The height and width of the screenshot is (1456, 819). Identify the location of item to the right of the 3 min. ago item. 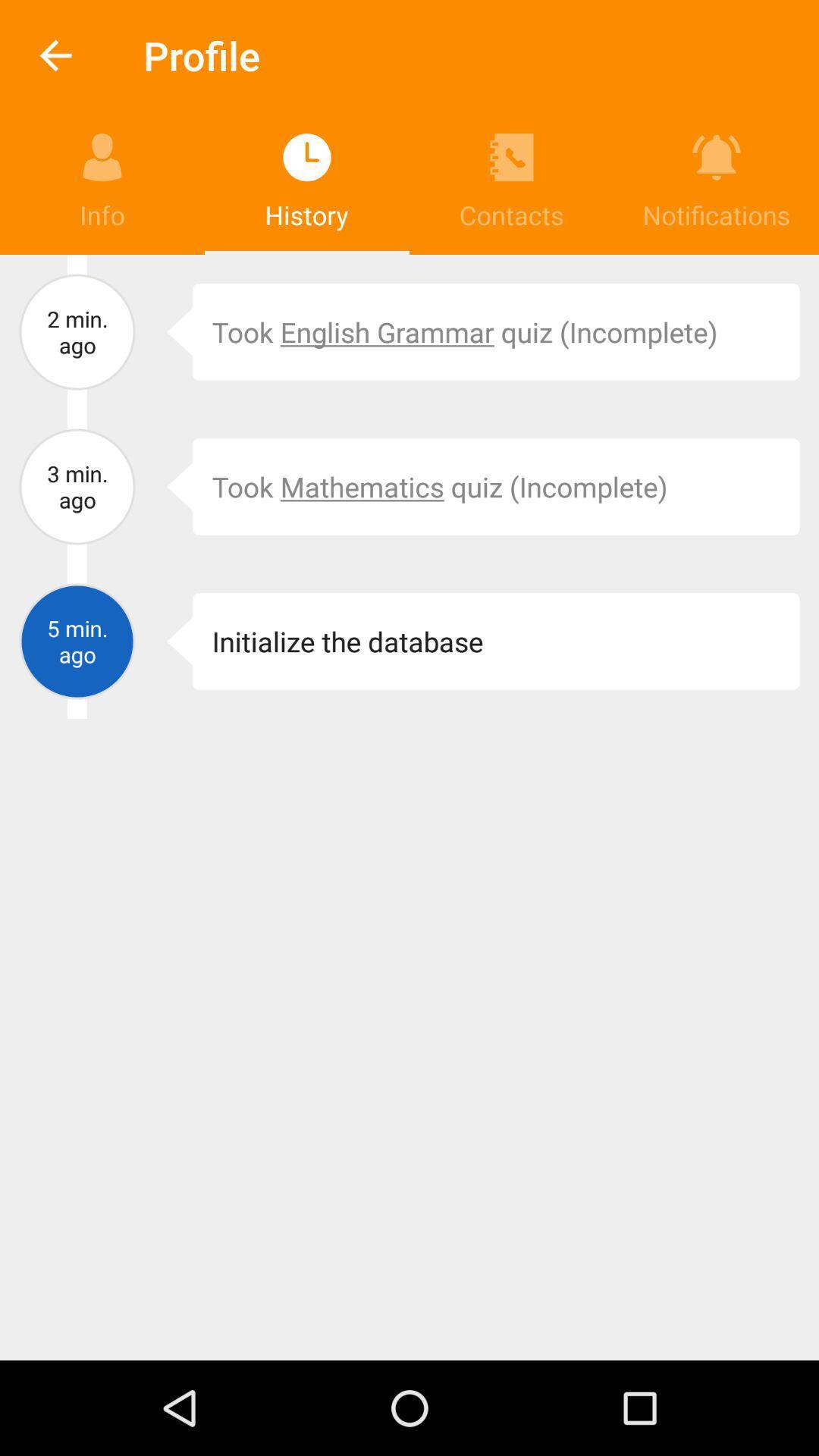
(168, 487).